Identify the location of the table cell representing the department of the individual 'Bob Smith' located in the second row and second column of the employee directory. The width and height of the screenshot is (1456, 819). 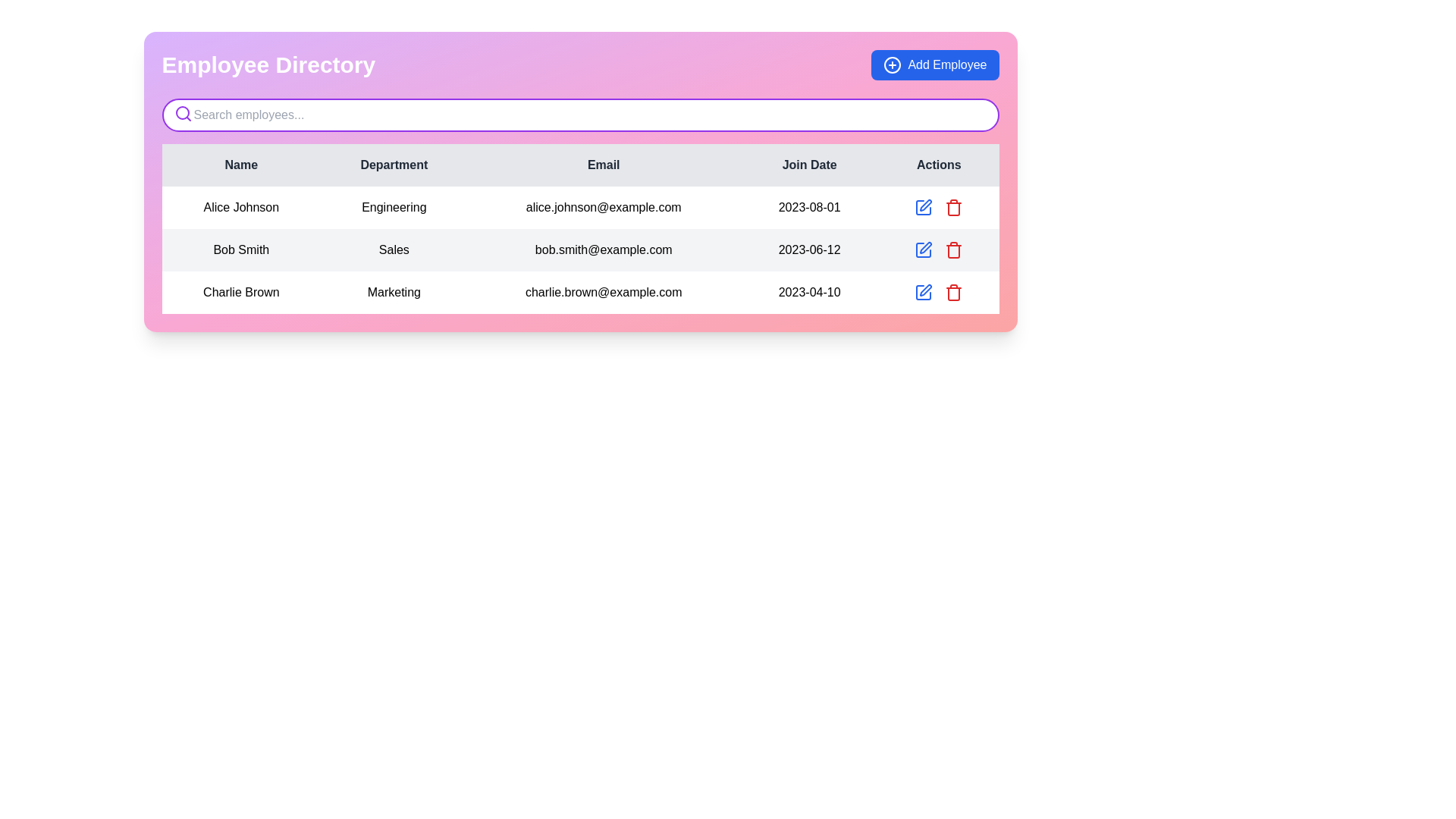
(394, 249).